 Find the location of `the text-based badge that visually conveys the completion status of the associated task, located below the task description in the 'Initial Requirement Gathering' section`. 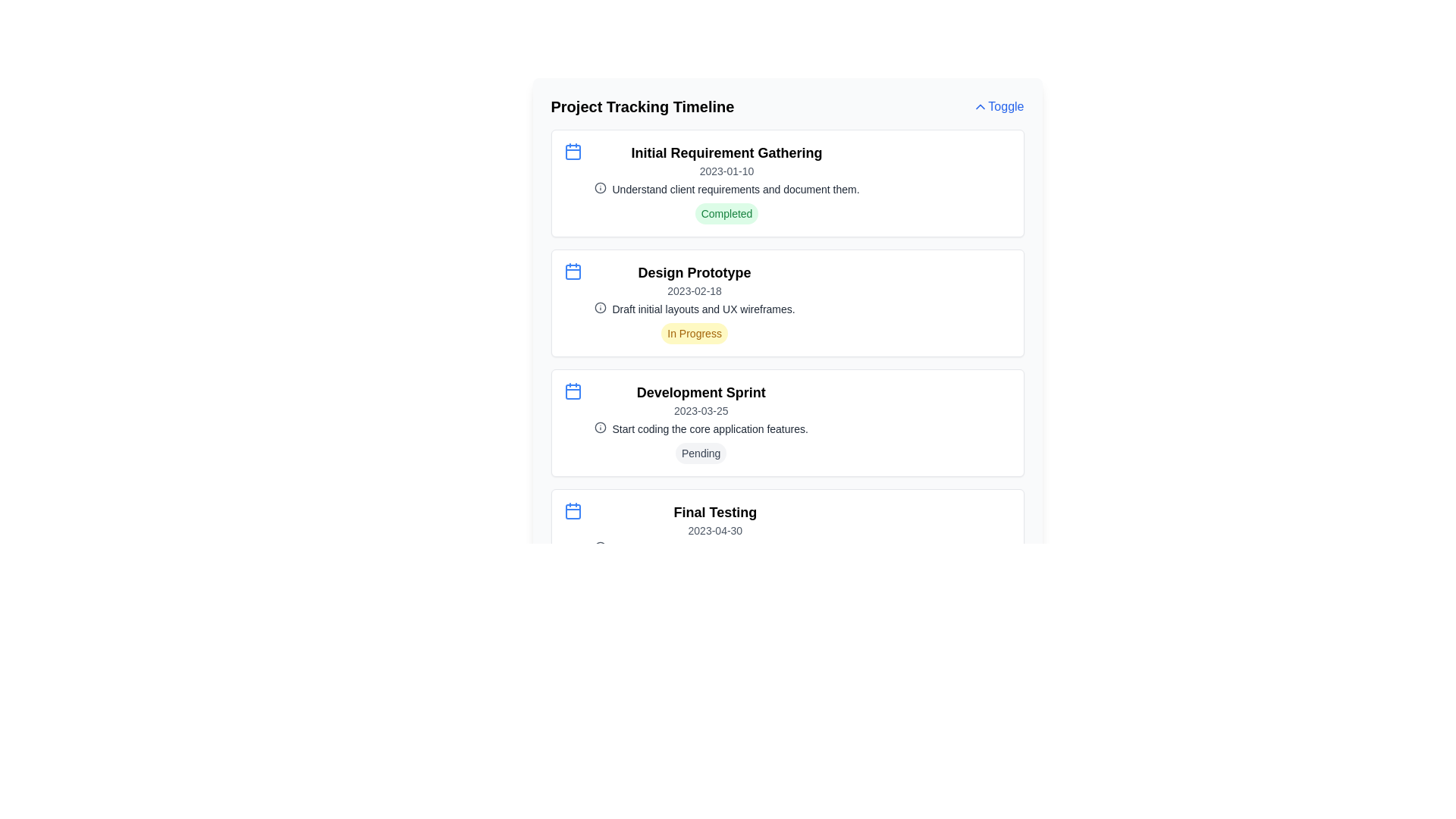

the text-based badge that visually conveys the completion status of the associated task, located below the task description in the 'Initial Requirement Gathering' section is located at coordinates (726, 213).